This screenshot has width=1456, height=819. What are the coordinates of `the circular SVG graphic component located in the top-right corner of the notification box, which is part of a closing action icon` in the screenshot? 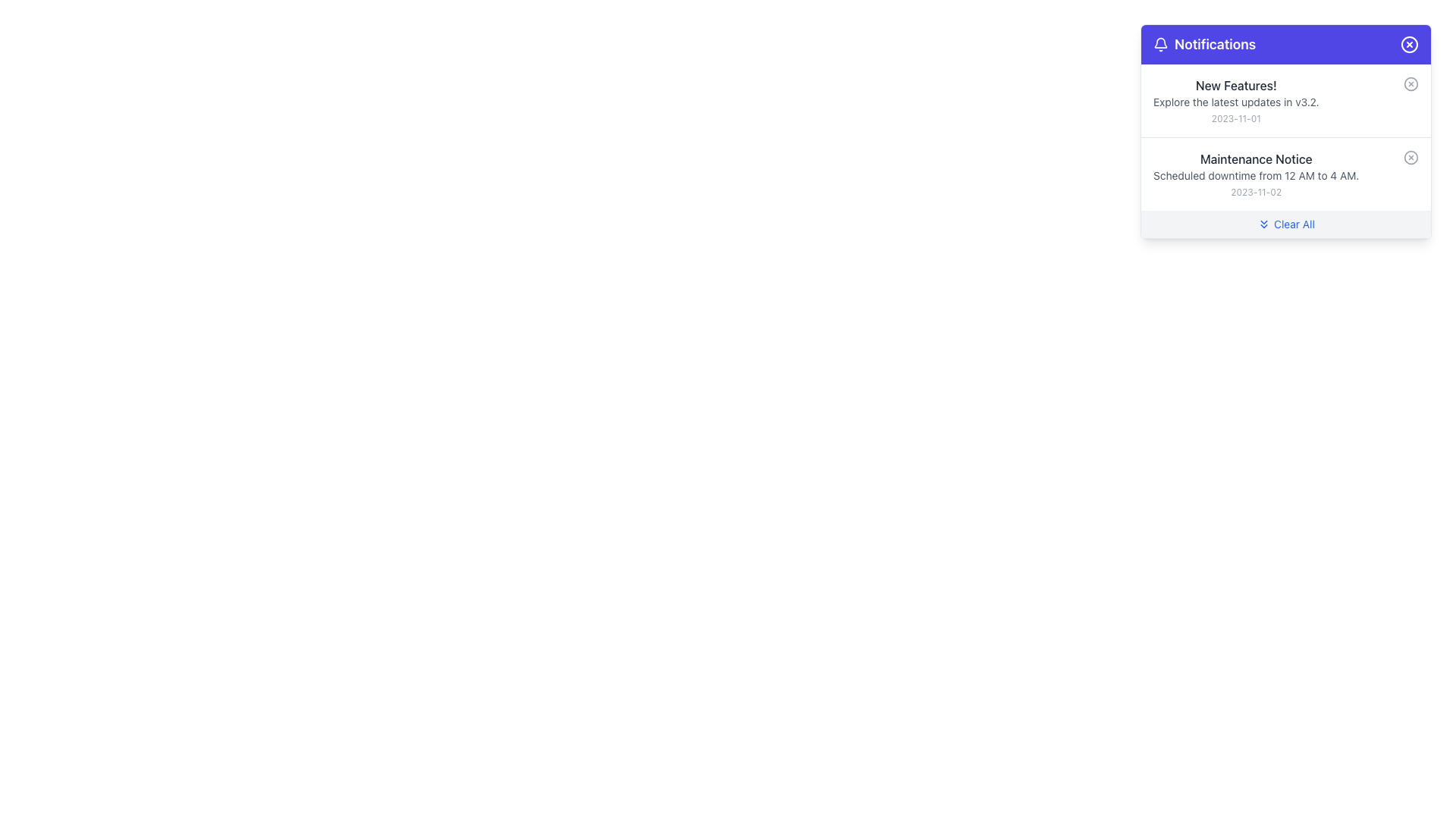 It's located at (1408, 43).